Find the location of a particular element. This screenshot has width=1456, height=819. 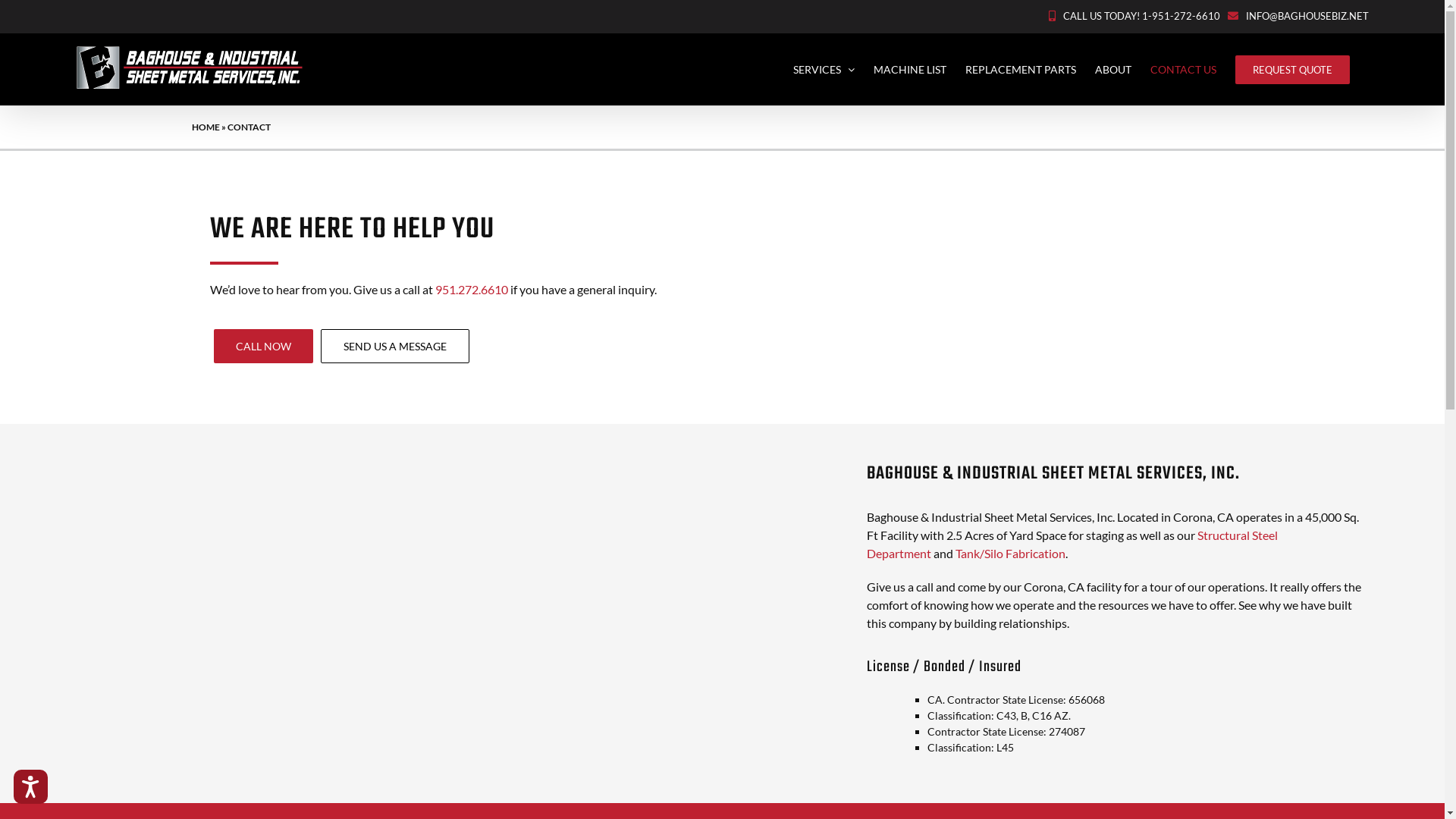

'CONTACT US' is located at coordinates (1150, 69).